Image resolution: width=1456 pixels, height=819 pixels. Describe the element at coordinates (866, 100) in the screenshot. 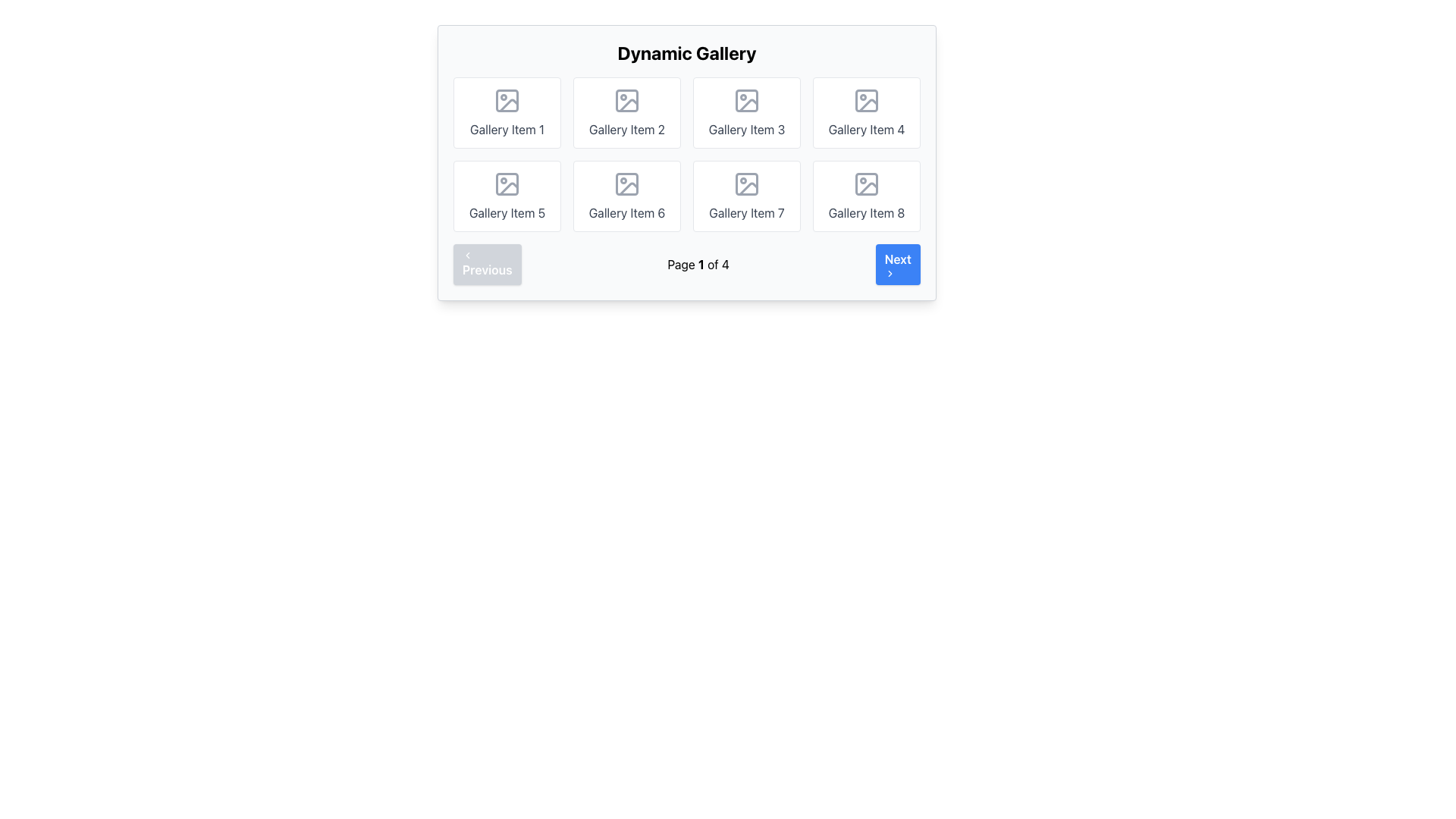

I see `the gallery item icon located in the upper-right corner of the gallery grid, adjacent to 'Gallery Item 4'` at that location.